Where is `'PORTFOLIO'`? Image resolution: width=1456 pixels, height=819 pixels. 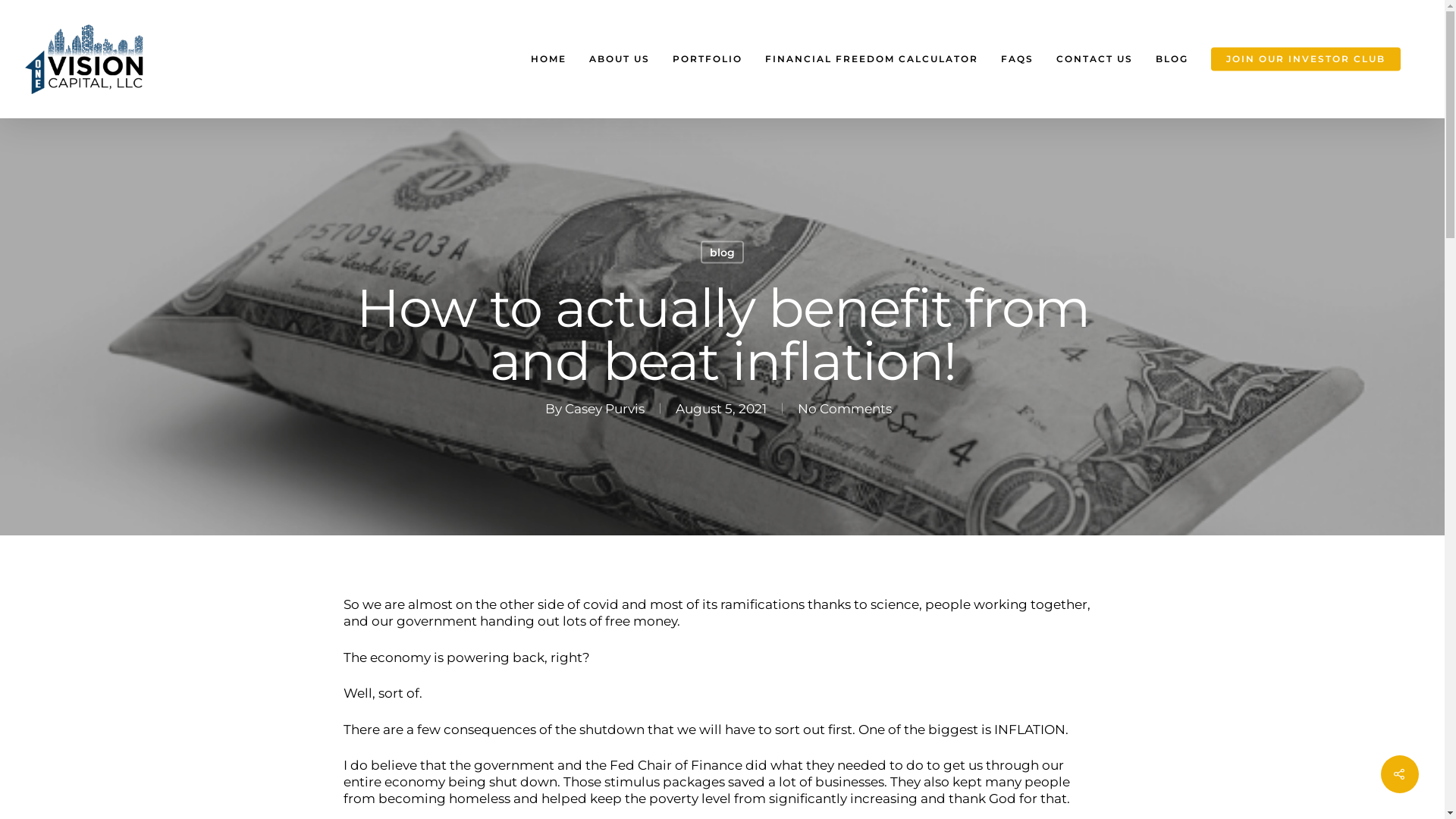 'PORTFOLIO' is located at coordinates (706, 58).